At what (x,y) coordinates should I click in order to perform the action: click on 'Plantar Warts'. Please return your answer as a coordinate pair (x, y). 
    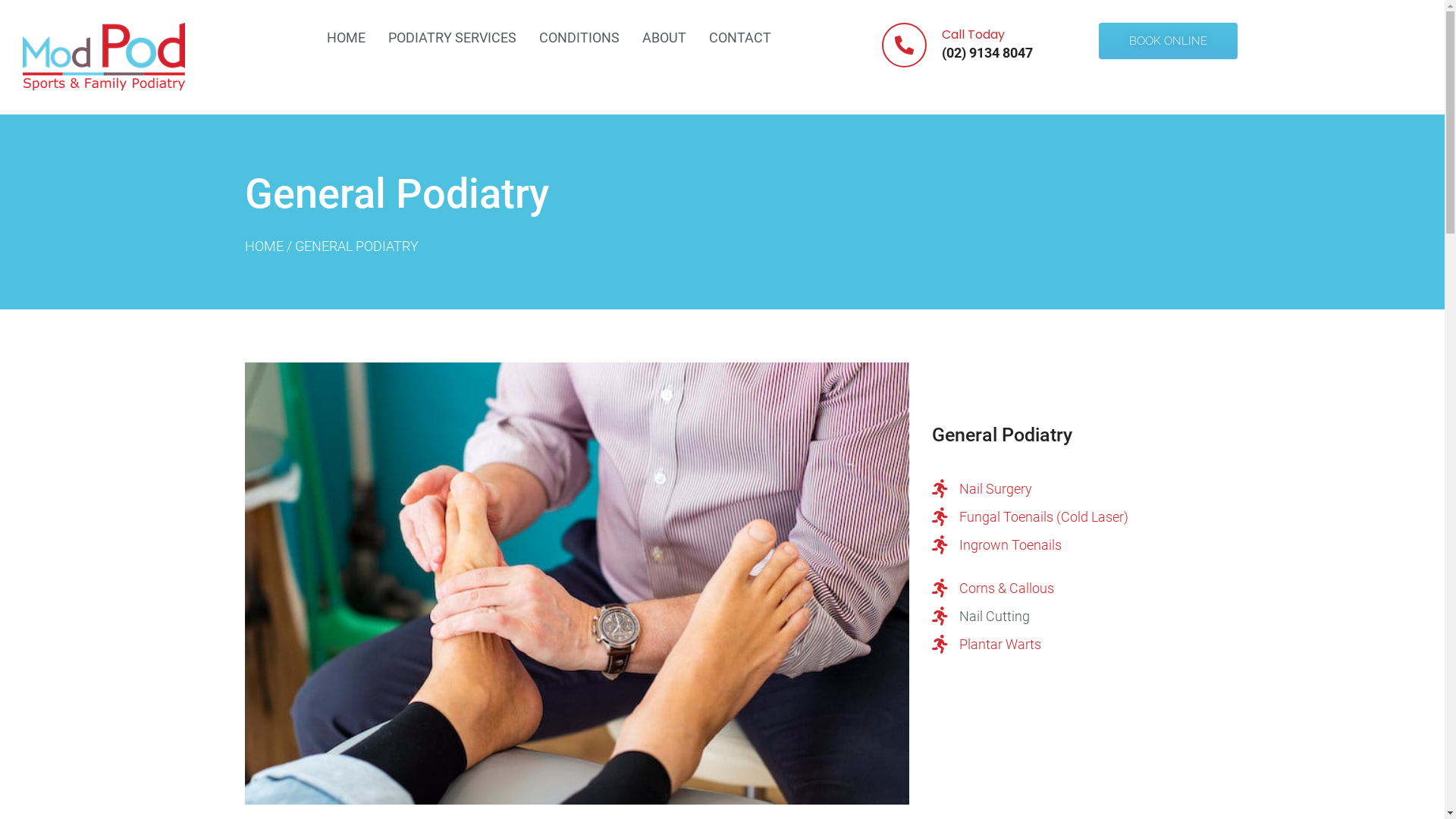
    Looking at the image, I should click on (930, 644).